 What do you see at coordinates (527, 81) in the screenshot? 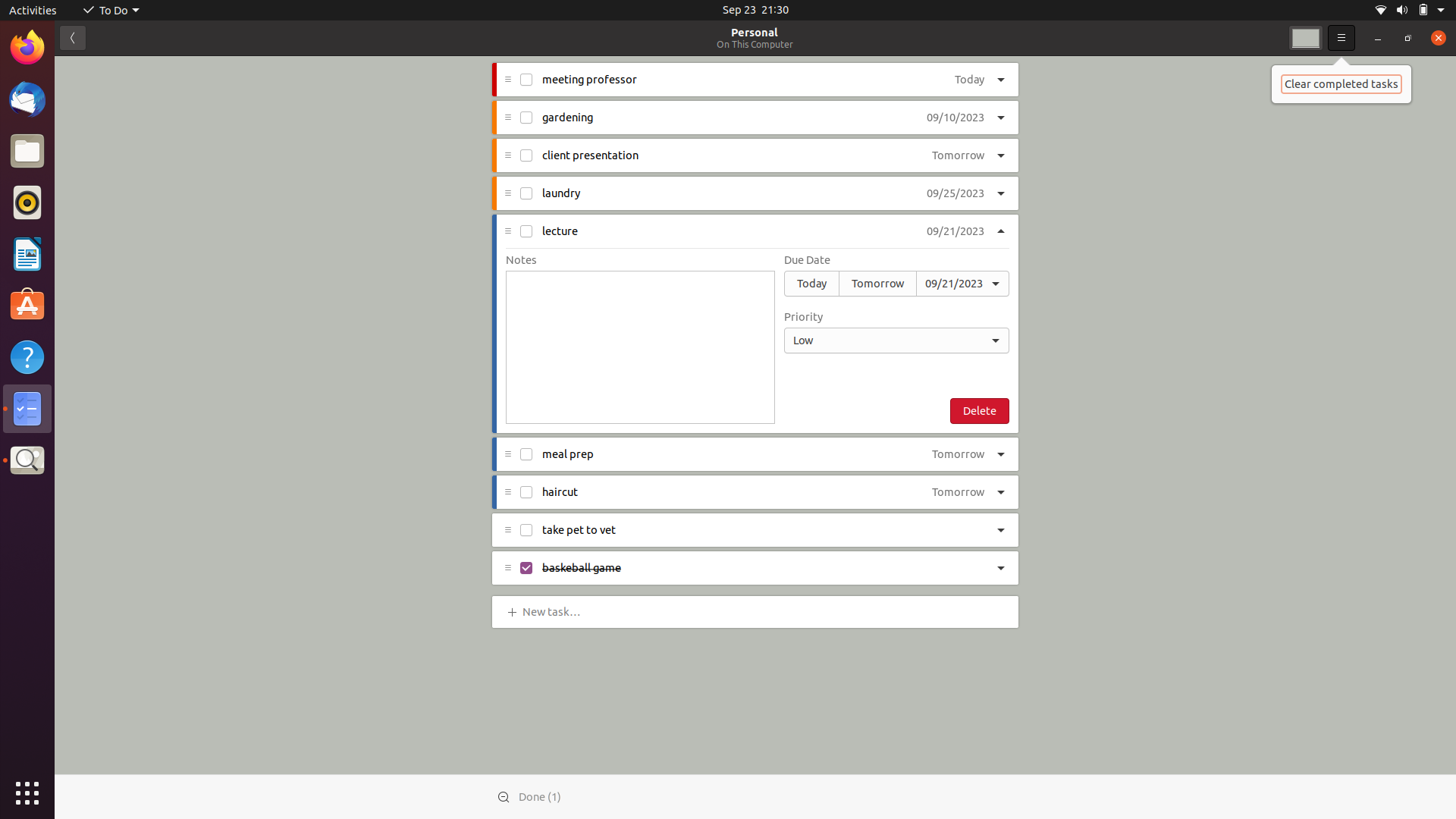
I see `Check off the "professor meeting" task` at bounding box center [527, 81].